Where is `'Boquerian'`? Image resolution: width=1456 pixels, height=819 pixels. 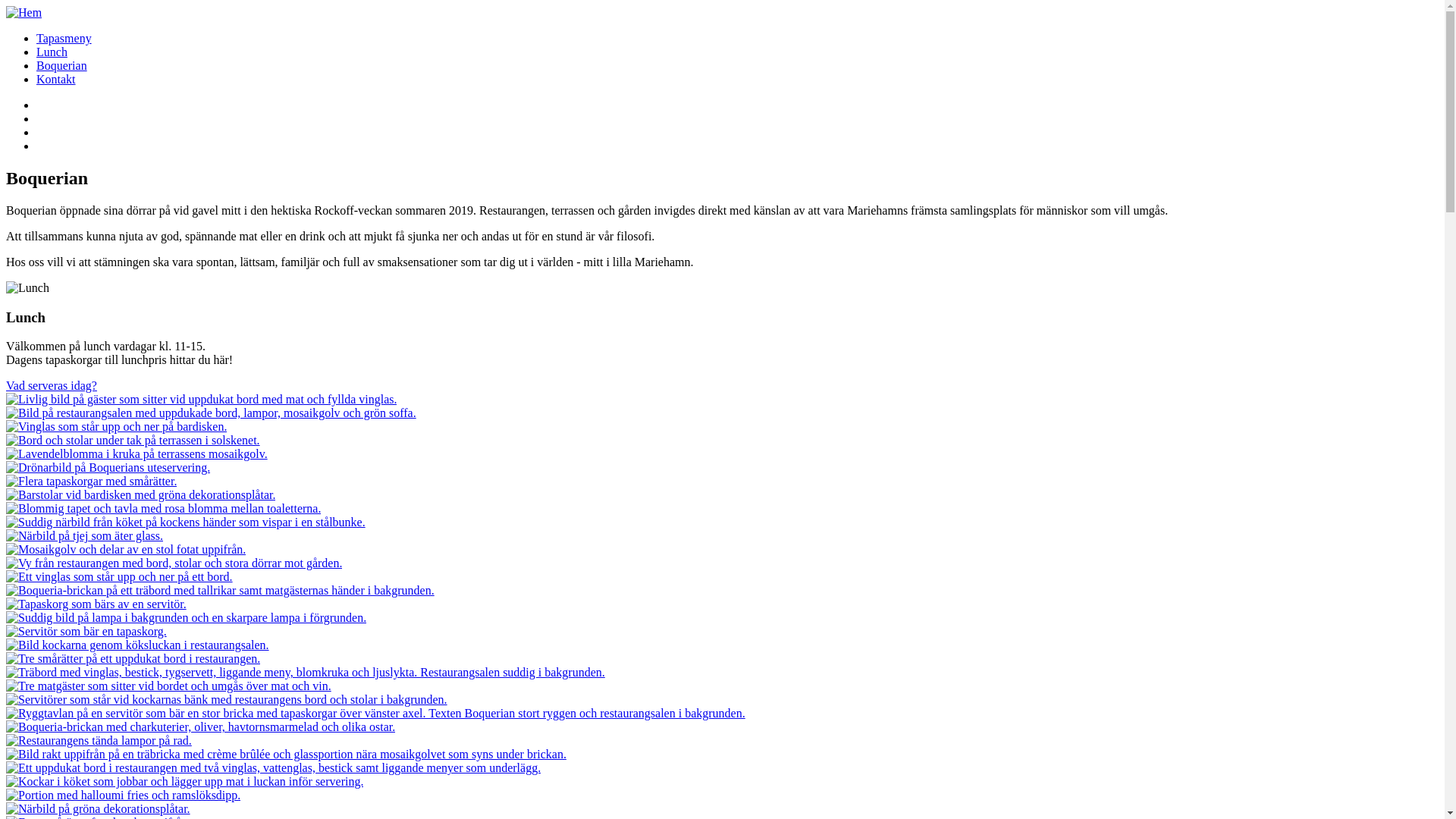 'Boquerian' is located at coordinates (61, 64).